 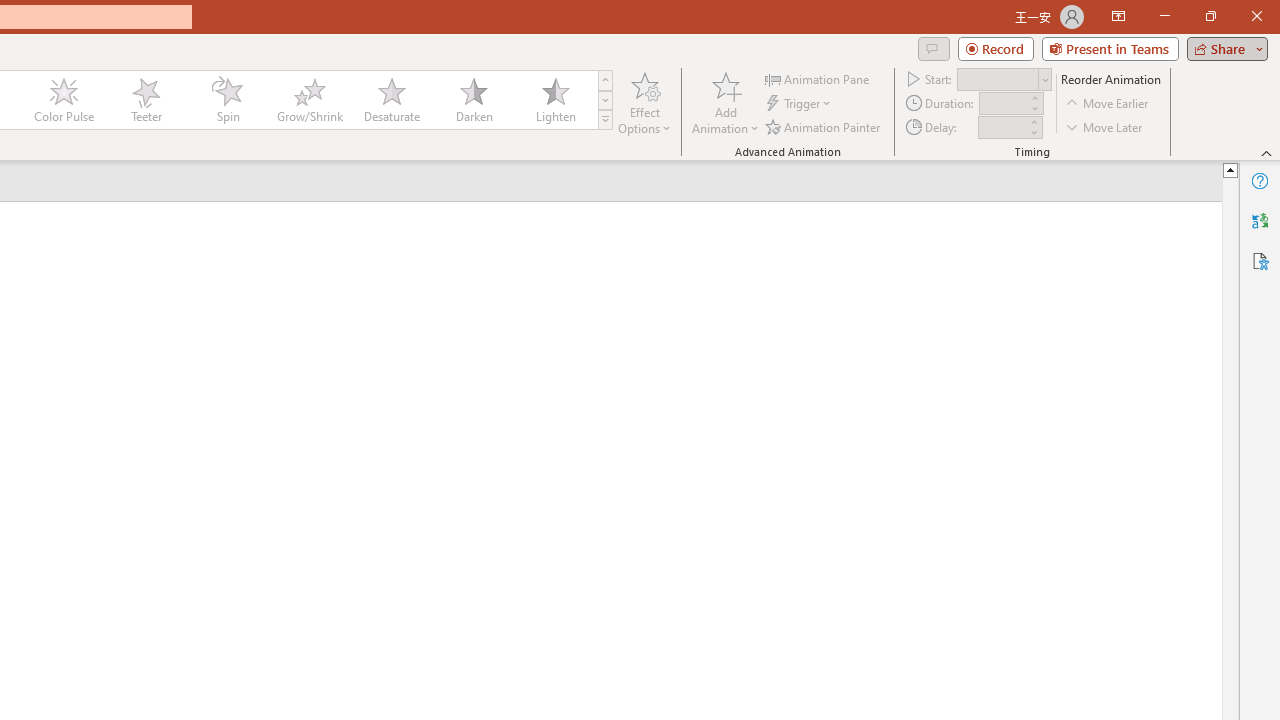 What do you see at coordinates (604, 120) in the screenshot?
I see `'Animation Styles'` at bounding box center [604, 120].